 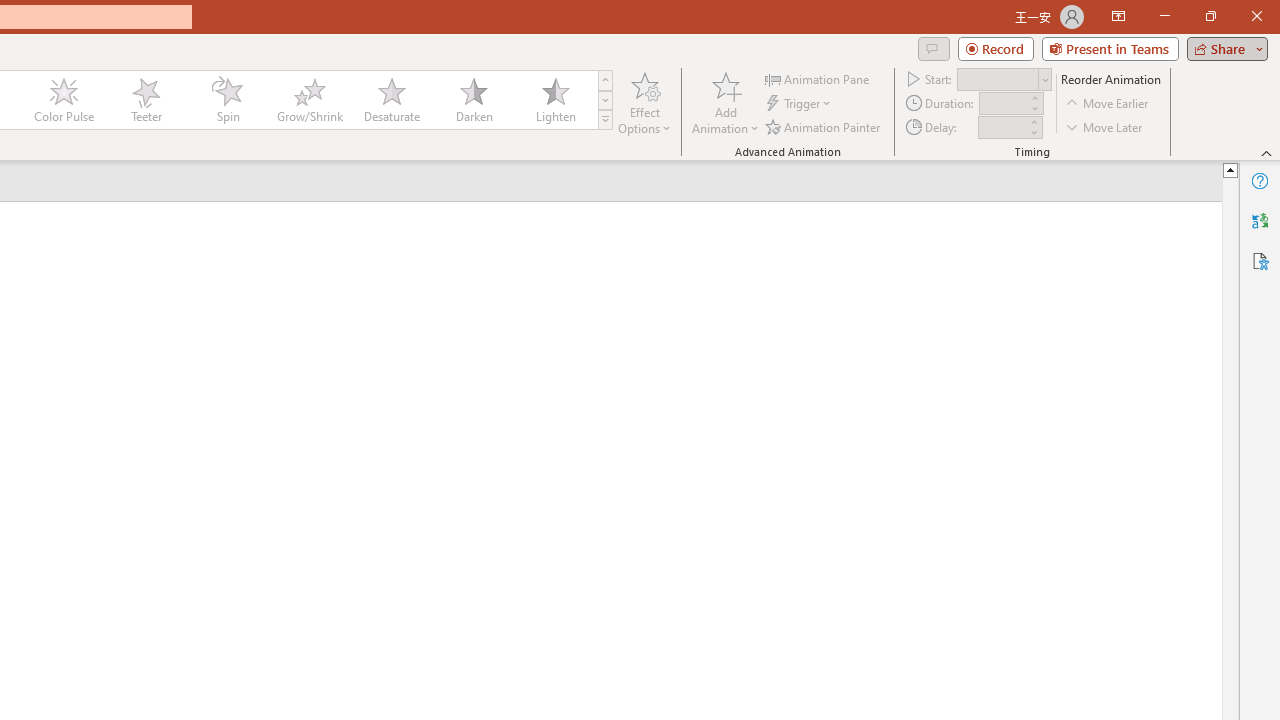 What do you see at coordinates (604, 120) in the screenshot?
I see `'Animation Styles'` at bounding box center [604, 120].